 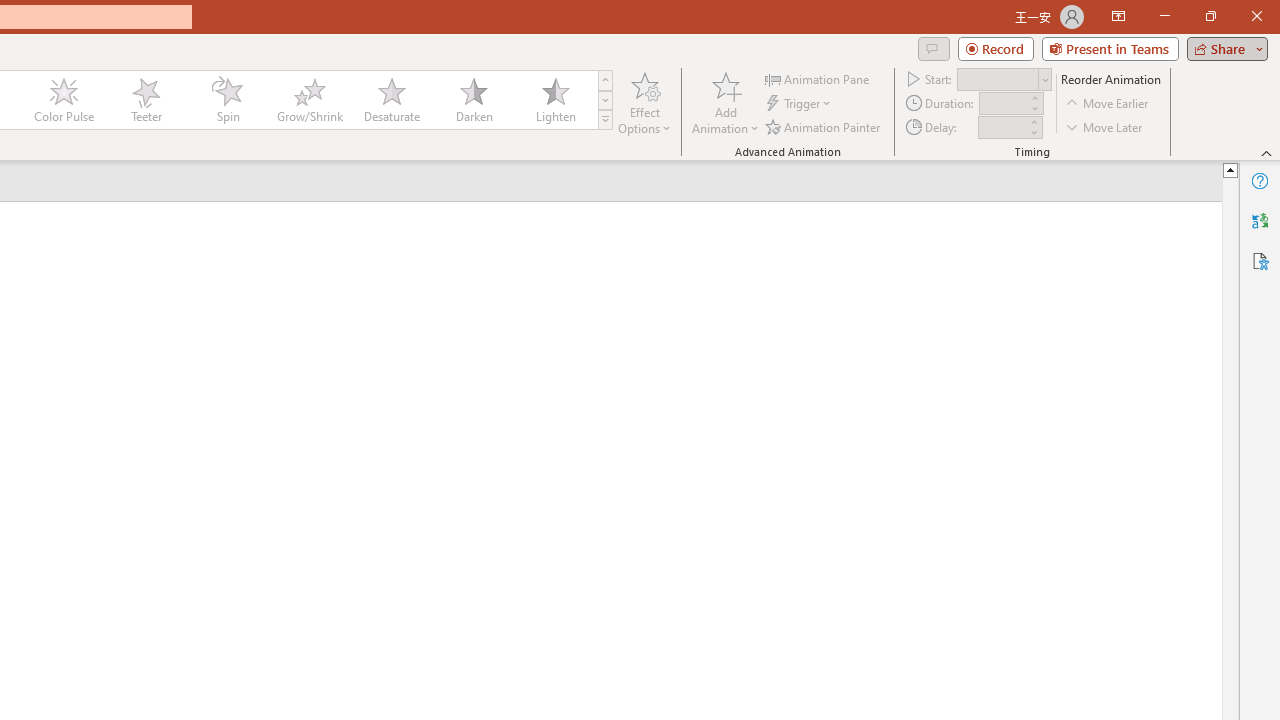 What do you see at coordinates (604, 120) in the screenshot?
I see `'Animation Styles'` at bounding box center [604, 120].